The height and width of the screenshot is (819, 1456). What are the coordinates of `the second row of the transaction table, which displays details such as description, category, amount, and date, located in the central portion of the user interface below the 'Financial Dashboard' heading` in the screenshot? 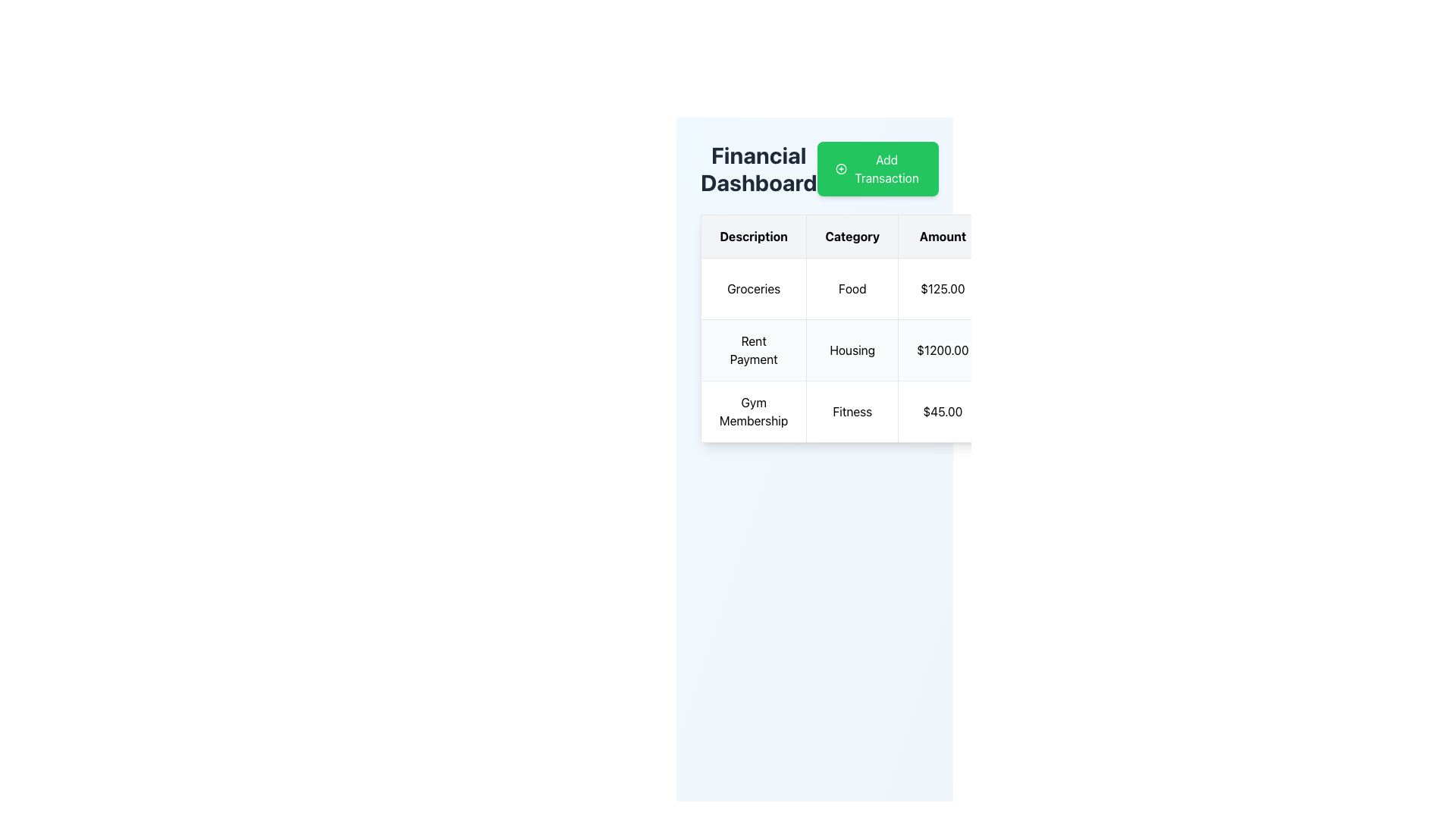 It's located at (927, 350).